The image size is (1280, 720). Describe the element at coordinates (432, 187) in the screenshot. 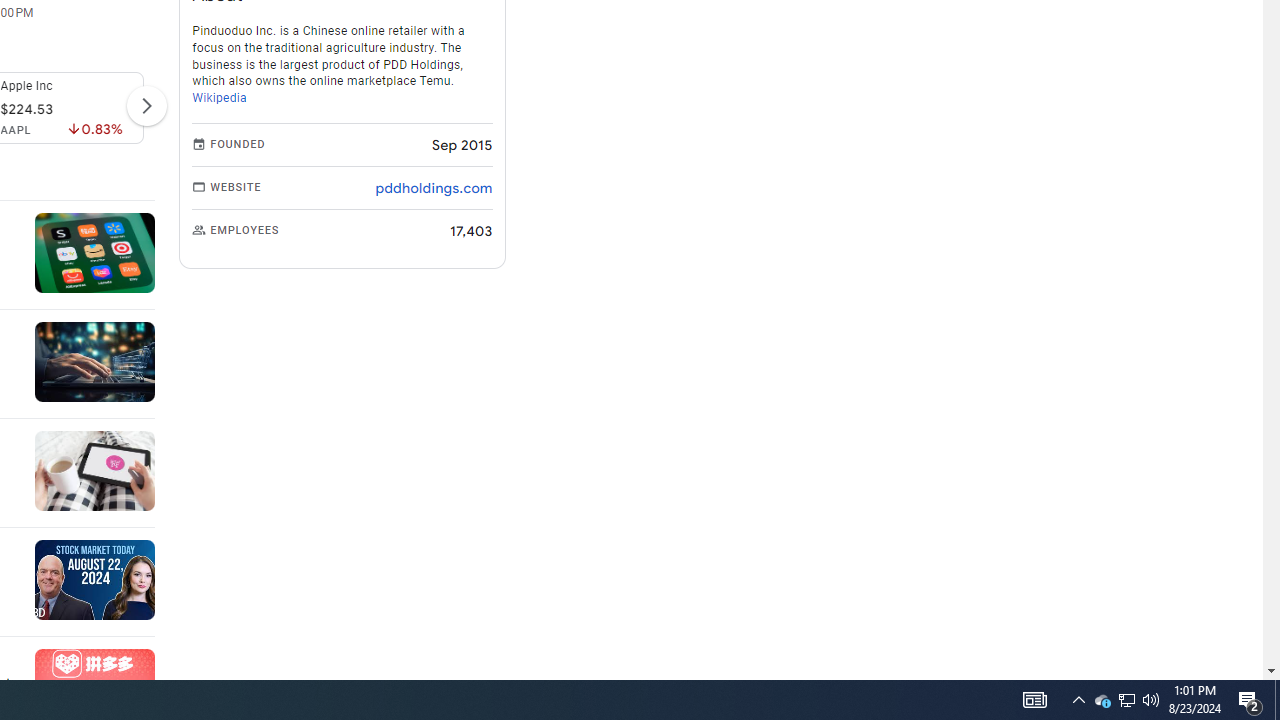

I see `'pddholdings.com'` at that location.